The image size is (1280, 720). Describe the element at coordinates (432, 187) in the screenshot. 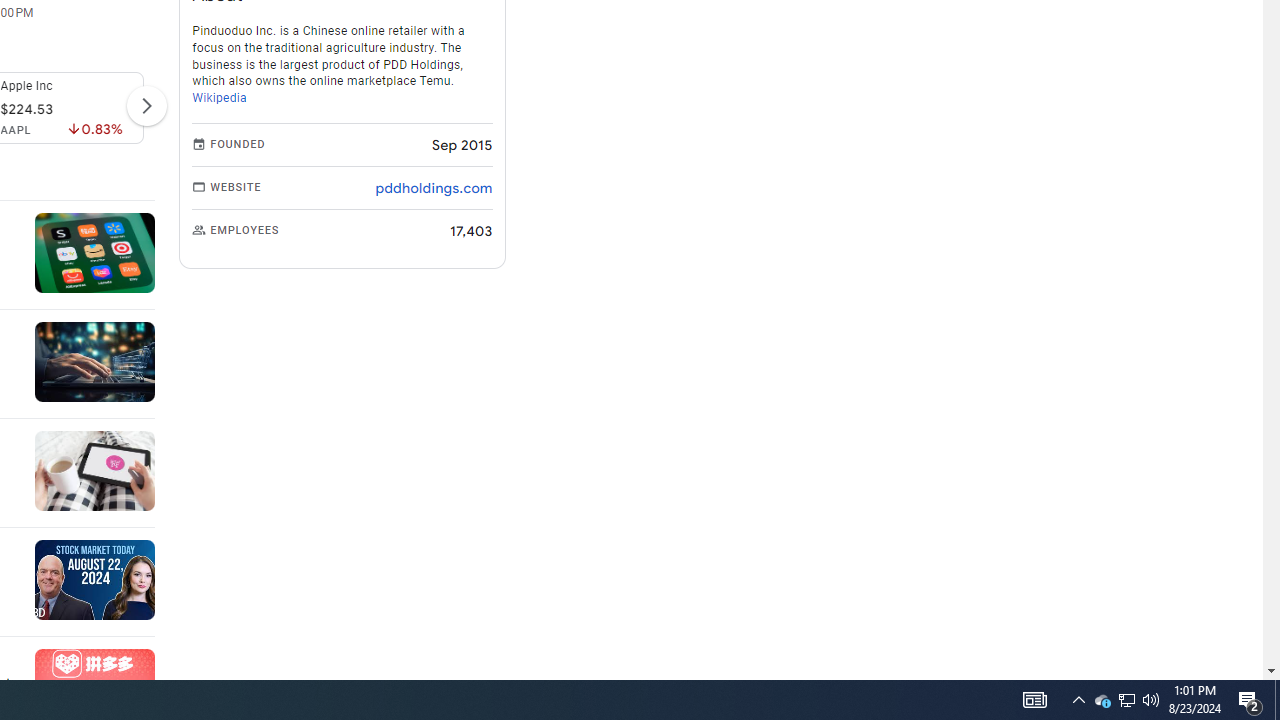

I see `'pddholdings.com'` at that location.